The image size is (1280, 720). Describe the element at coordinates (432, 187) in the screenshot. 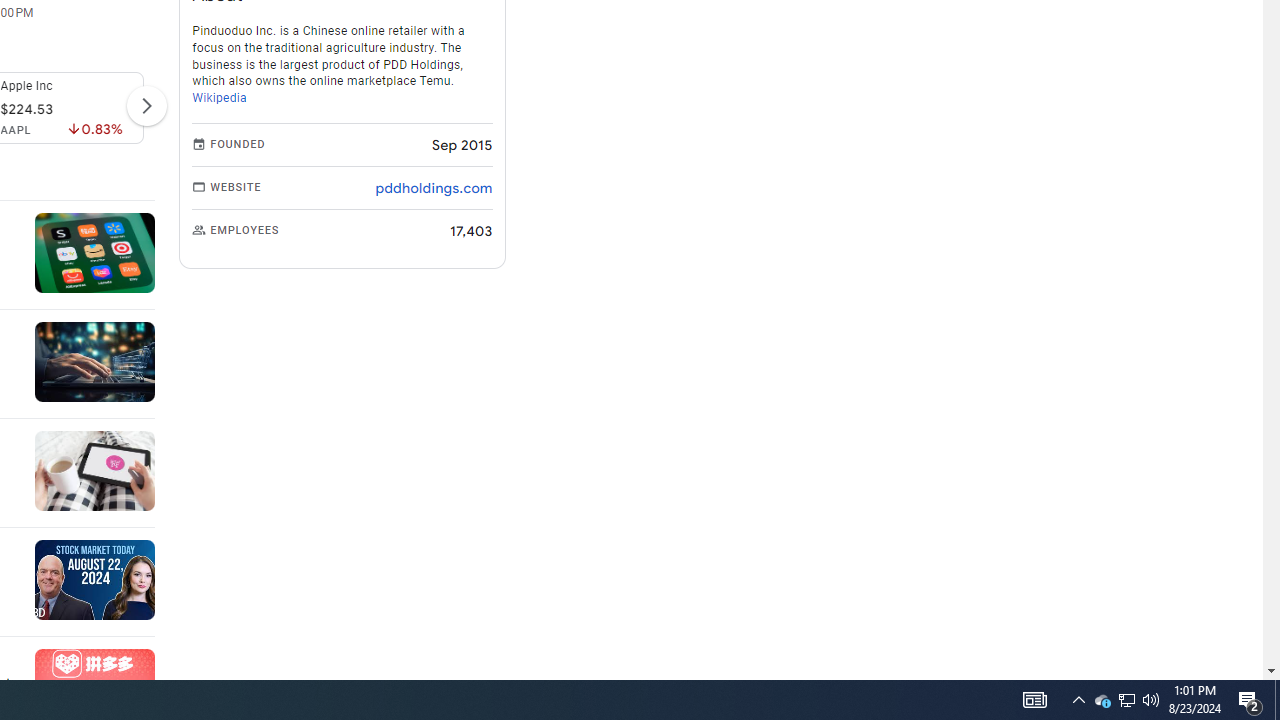

I see `'pddholdings.com'` at that location.